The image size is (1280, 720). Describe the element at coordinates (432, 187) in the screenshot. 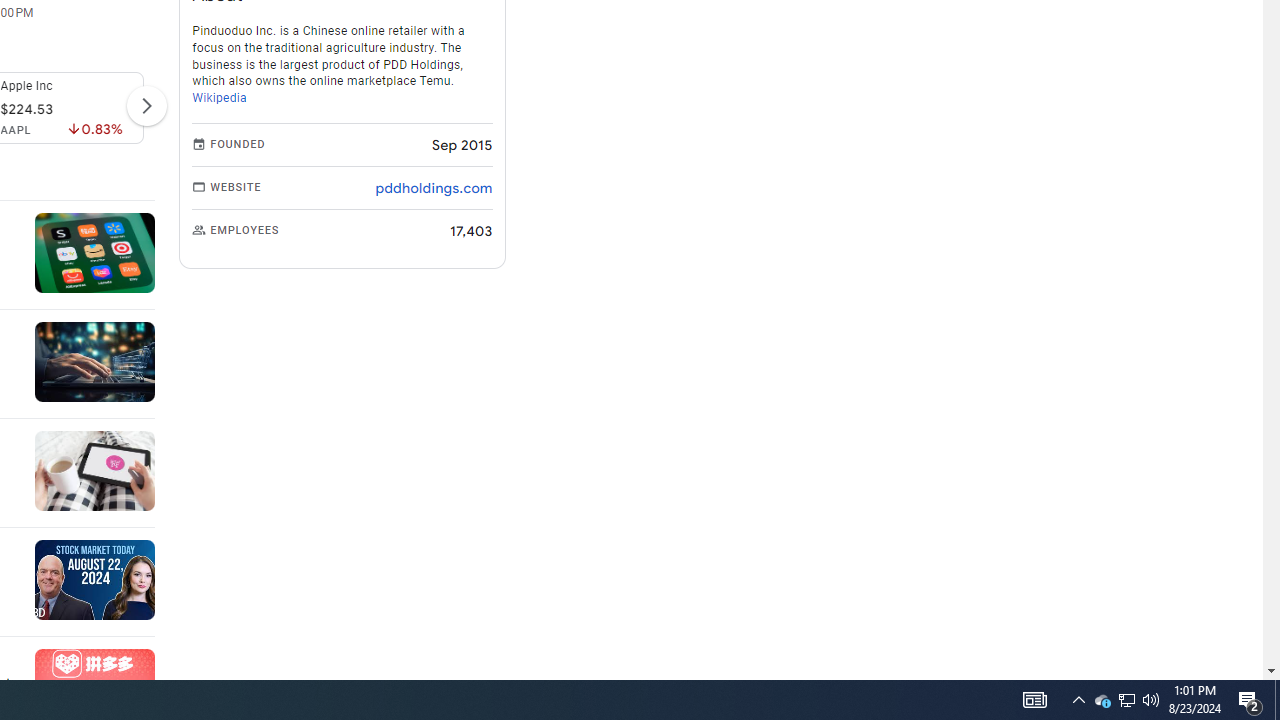

I see `'pddholdings.com'` at that location.